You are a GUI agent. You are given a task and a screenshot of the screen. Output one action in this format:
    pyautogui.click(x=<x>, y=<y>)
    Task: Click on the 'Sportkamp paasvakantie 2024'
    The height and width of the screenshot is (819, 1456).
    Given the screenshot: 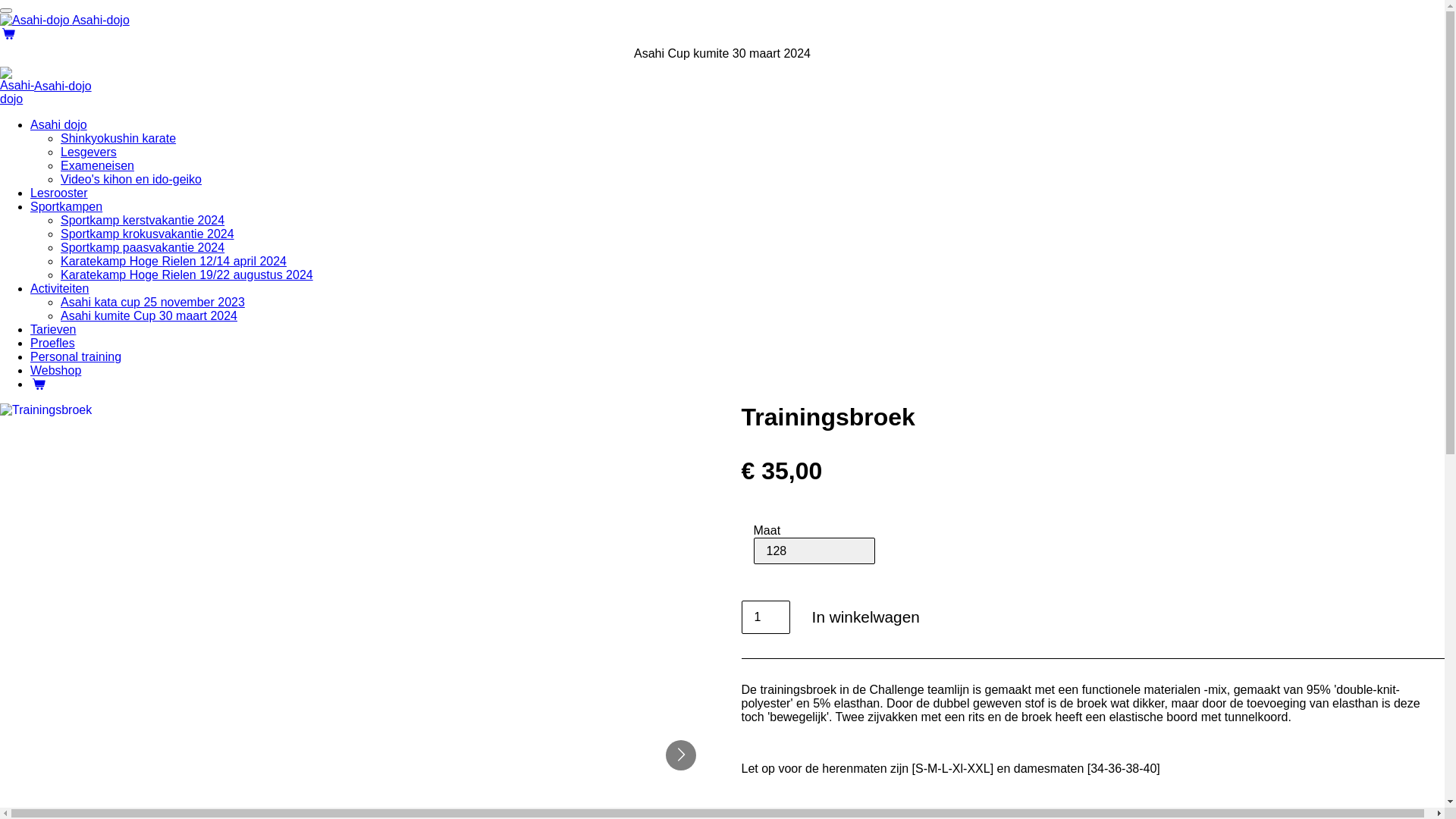 What is the action you would take?
    pyautogui.click(x=61, y=246)
    